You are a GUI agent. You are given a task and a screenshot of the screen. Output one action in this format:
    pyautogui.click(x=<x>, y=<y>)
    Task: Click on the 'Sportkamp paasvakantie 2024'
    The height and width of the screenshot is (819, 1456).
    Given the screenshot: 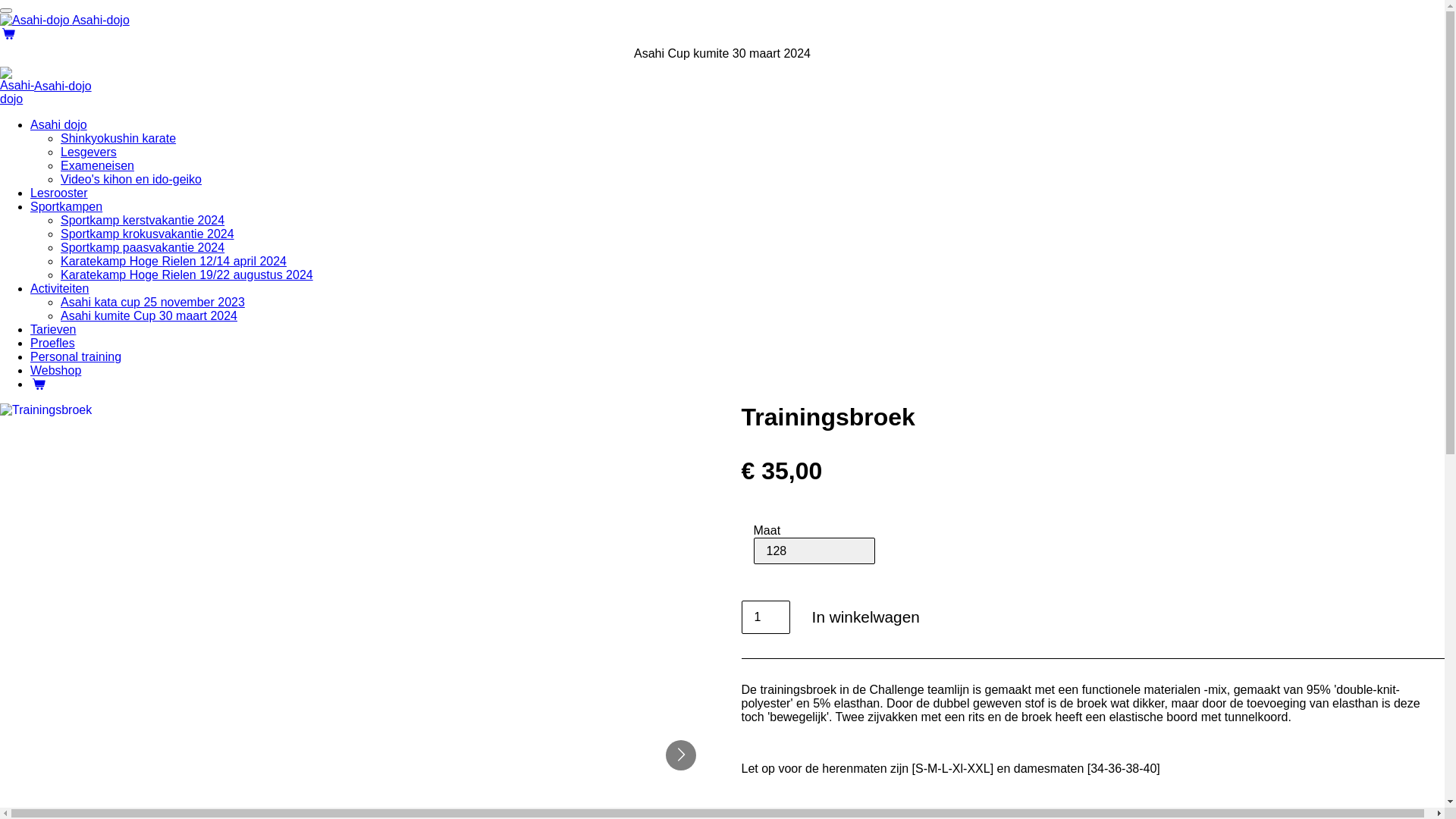 What is the action you would take?
    pyautogui.click(x=61, y=246)
    